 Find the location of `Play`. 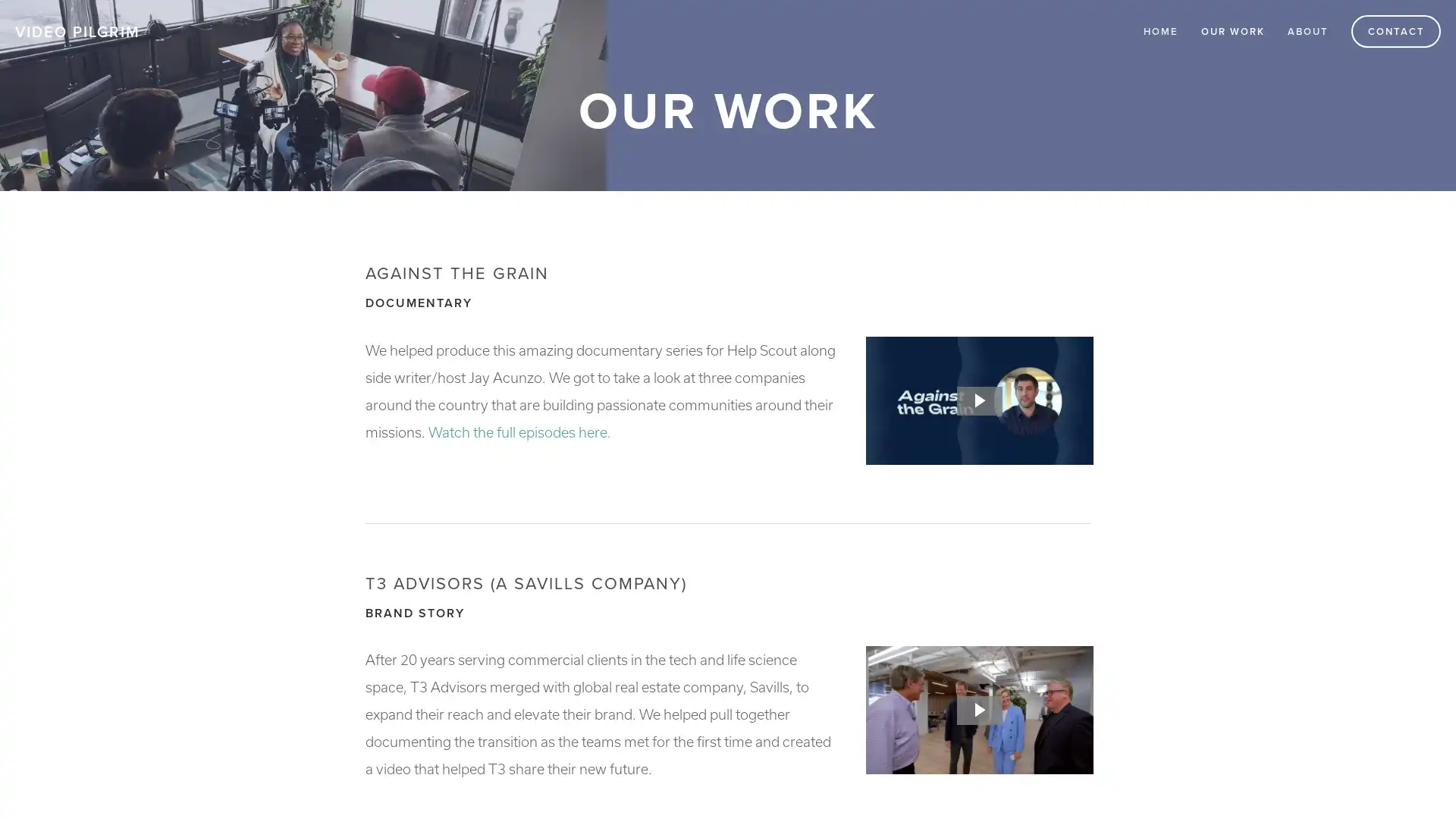

Play is located at coordinates (979, 400).